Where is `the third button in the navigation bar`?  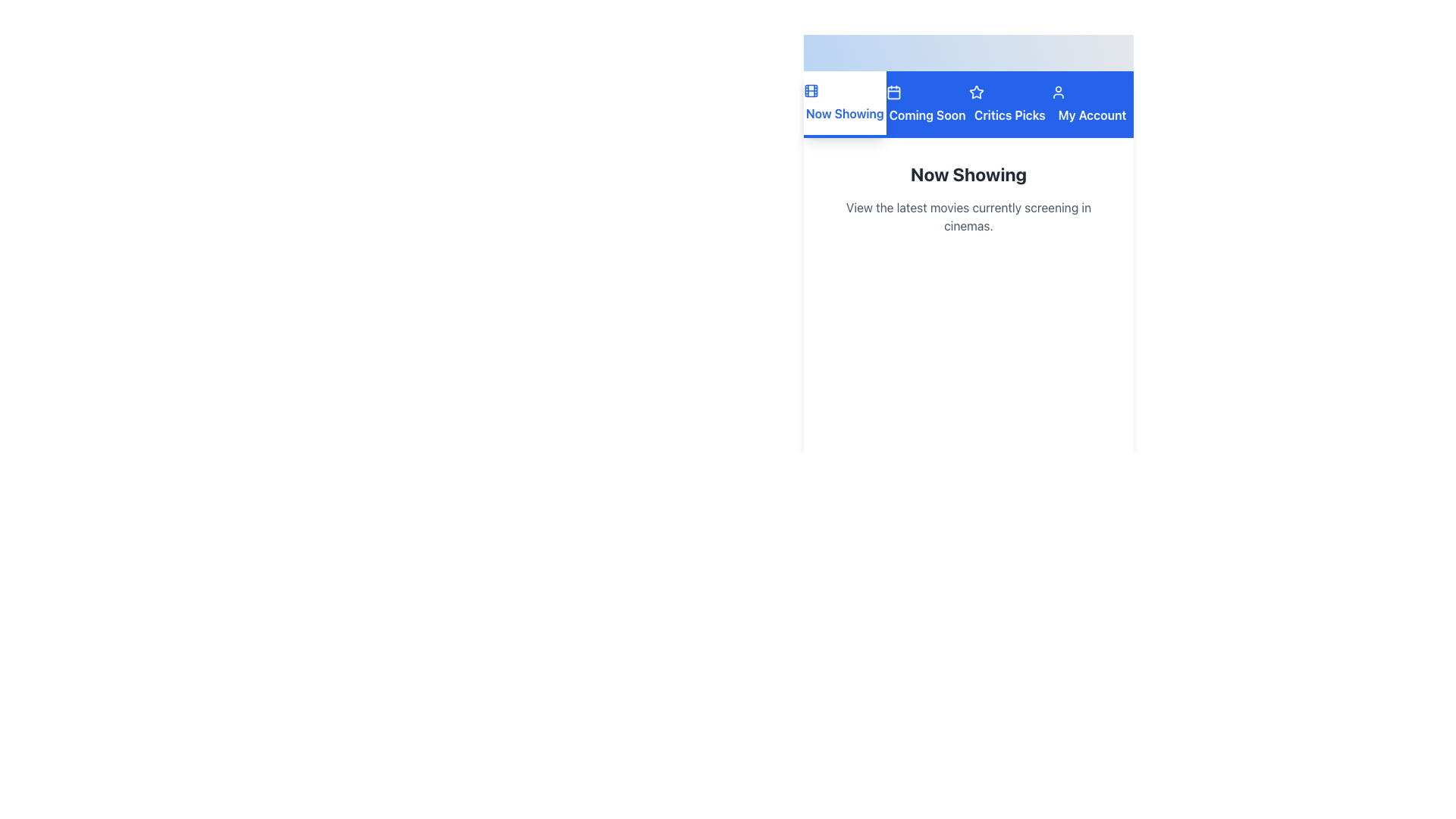 the third button in the navigation bar is located at coordinates (1009, 104).